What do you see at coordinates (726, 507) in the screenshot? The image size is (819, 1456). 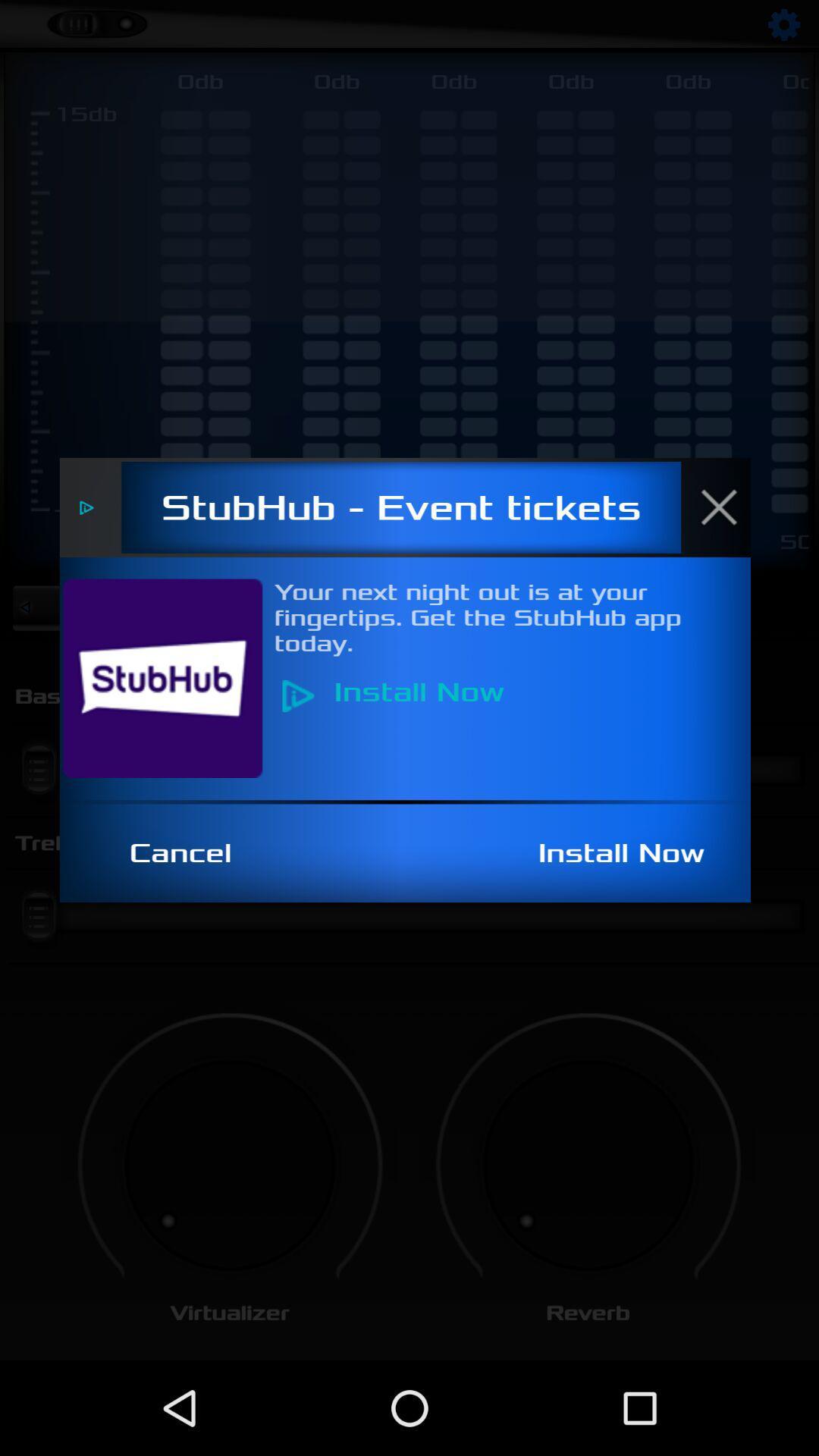 I see `item above the your next night item` at bounding box center [726, 507].